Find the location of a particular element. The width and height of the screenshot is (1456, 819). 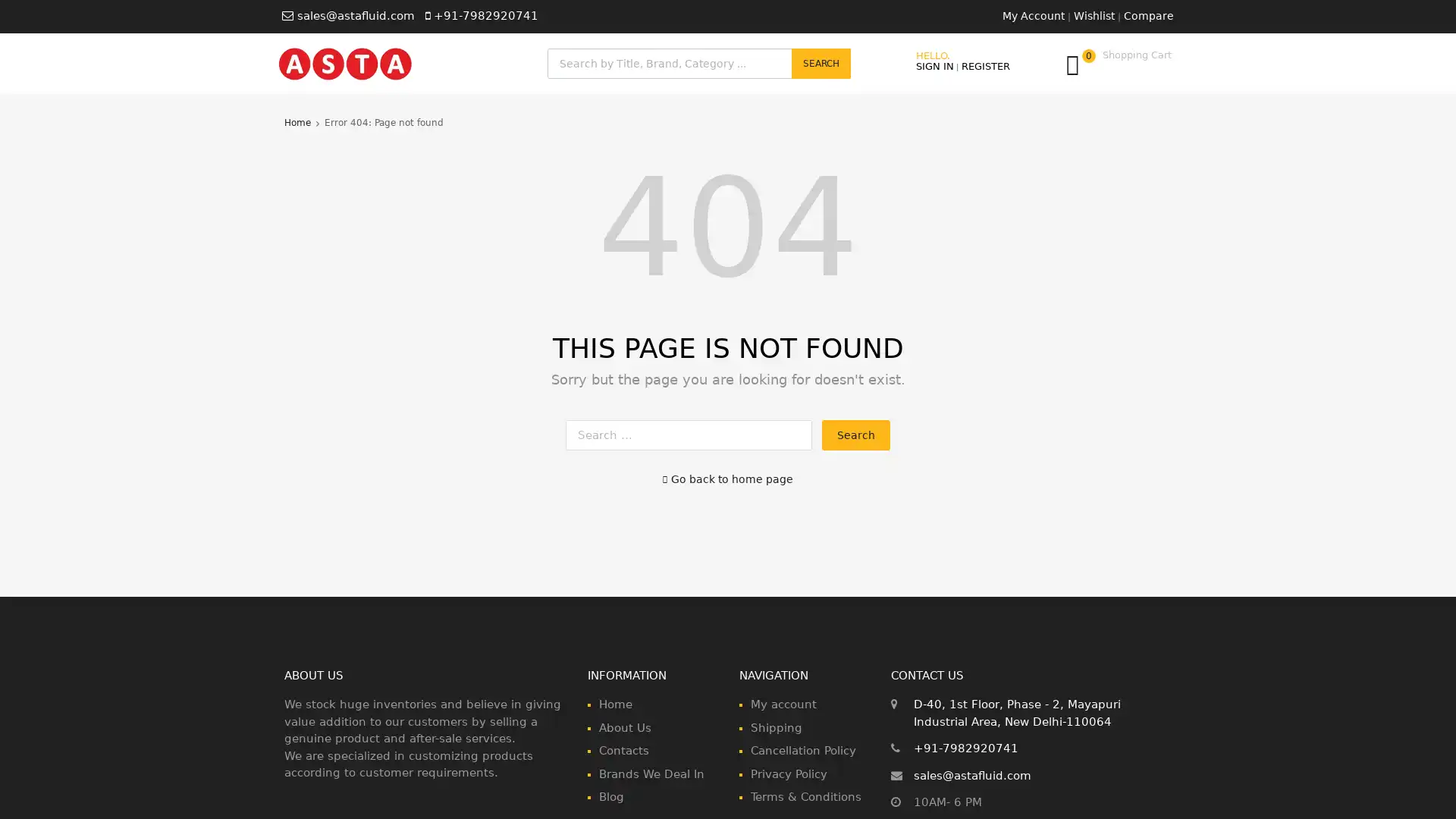

Search is located at coordinates (855, 435).